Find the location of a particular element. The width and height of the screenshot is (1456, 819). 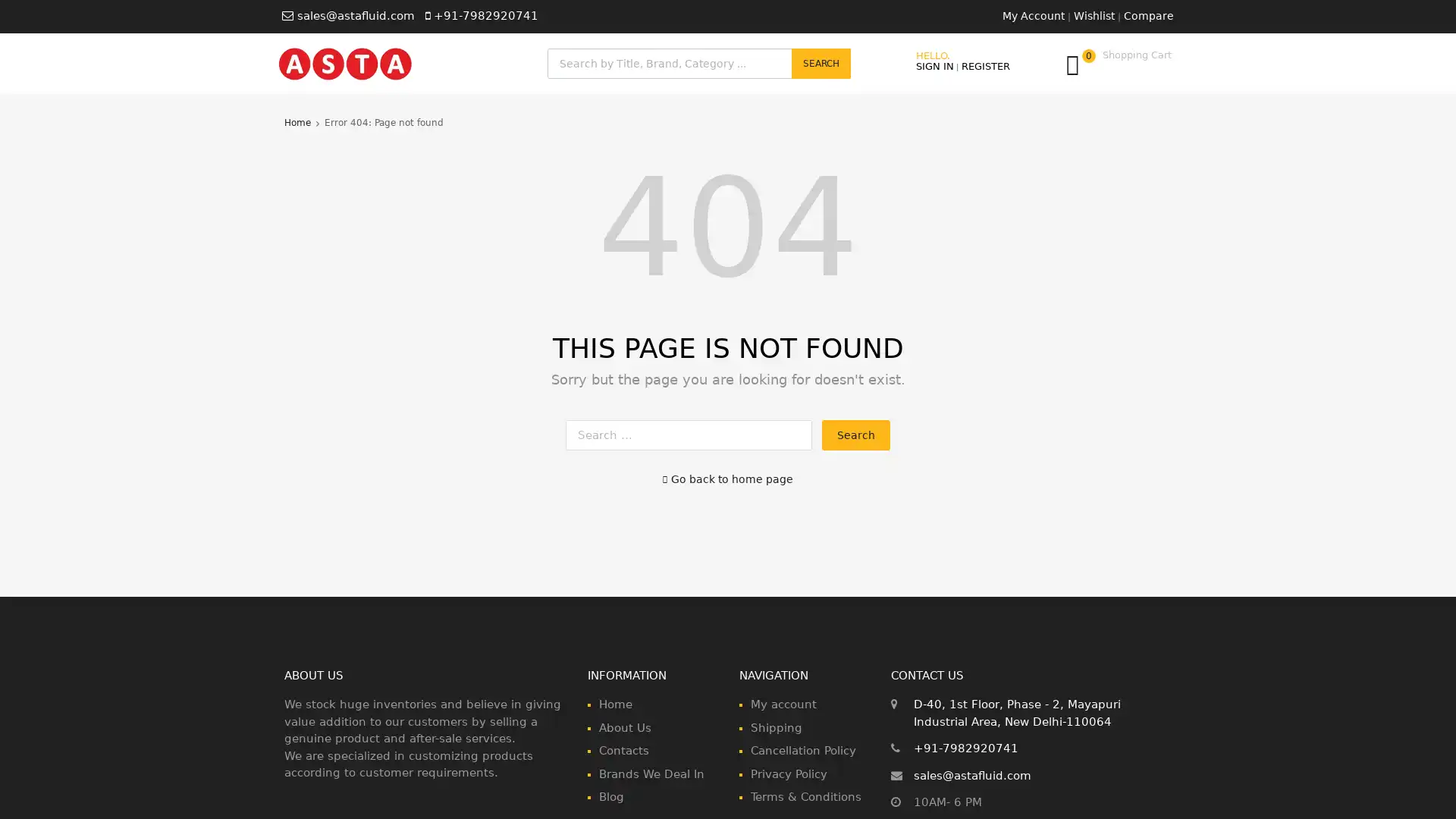

Search is located at coordinates (855, 435).